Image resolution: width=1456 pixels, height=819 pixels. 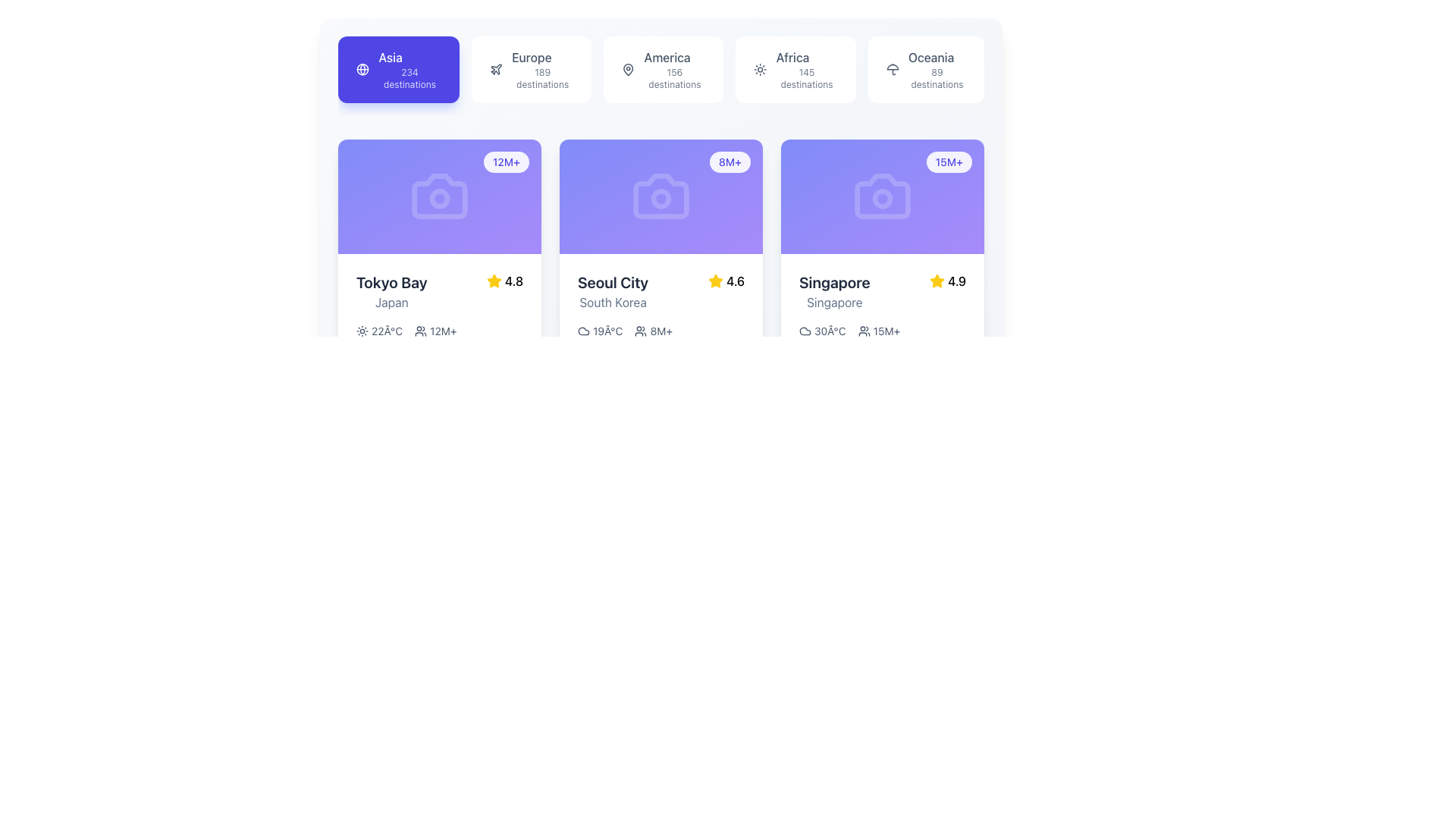 What do you see at coordinates (599, 330) in the screenshot?
I see `text element displaying the temperature '19°C', which is located within the 'Seoul City South Korea' card, positioned under the city name and above the population detail` at bounding box center [599, 330].